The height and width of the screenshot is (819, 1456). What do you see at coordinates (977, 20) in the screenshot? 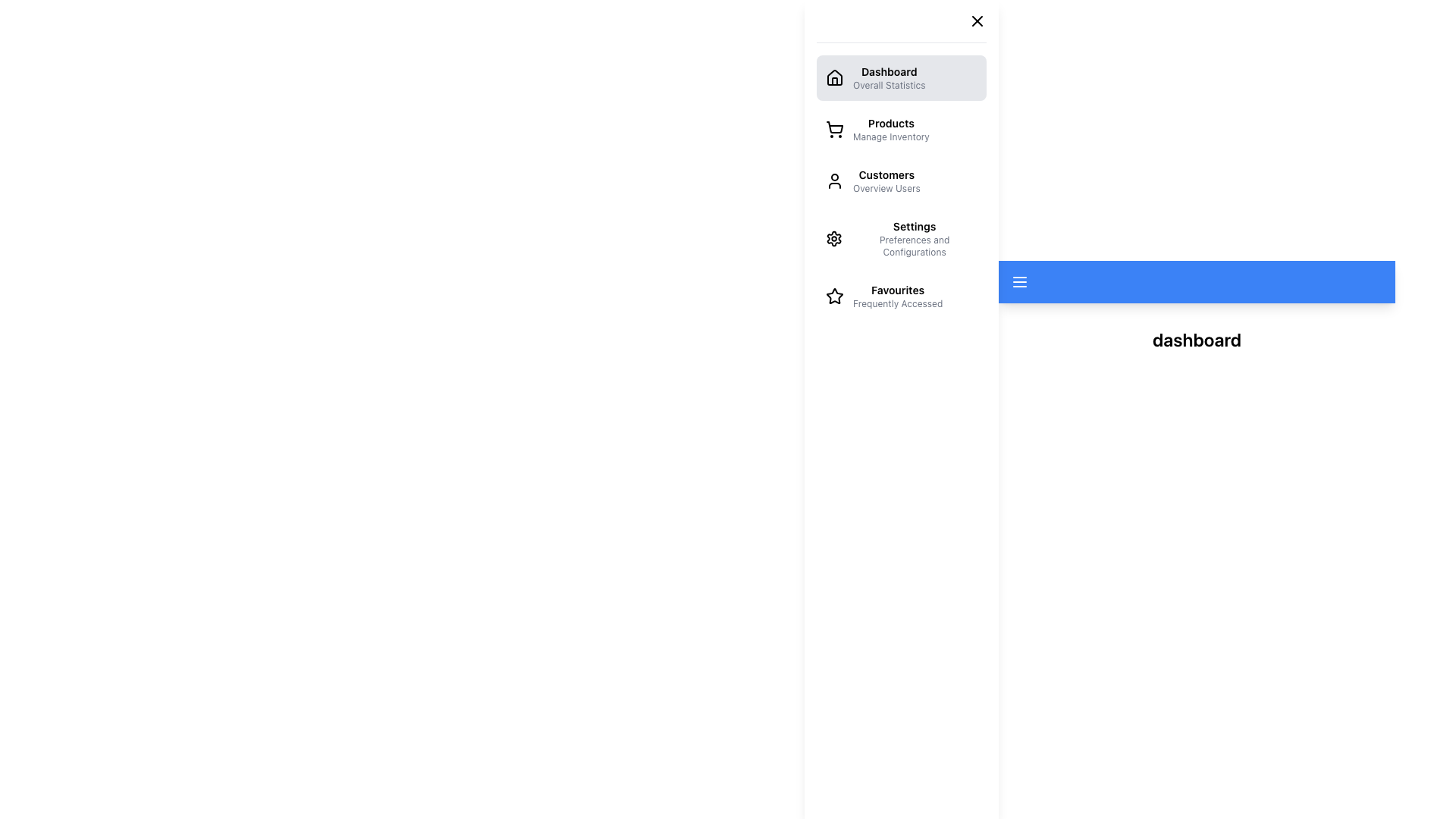
I see `the close button located in the upper right corner of the sidebar menu` at bounding box center [977, 20].